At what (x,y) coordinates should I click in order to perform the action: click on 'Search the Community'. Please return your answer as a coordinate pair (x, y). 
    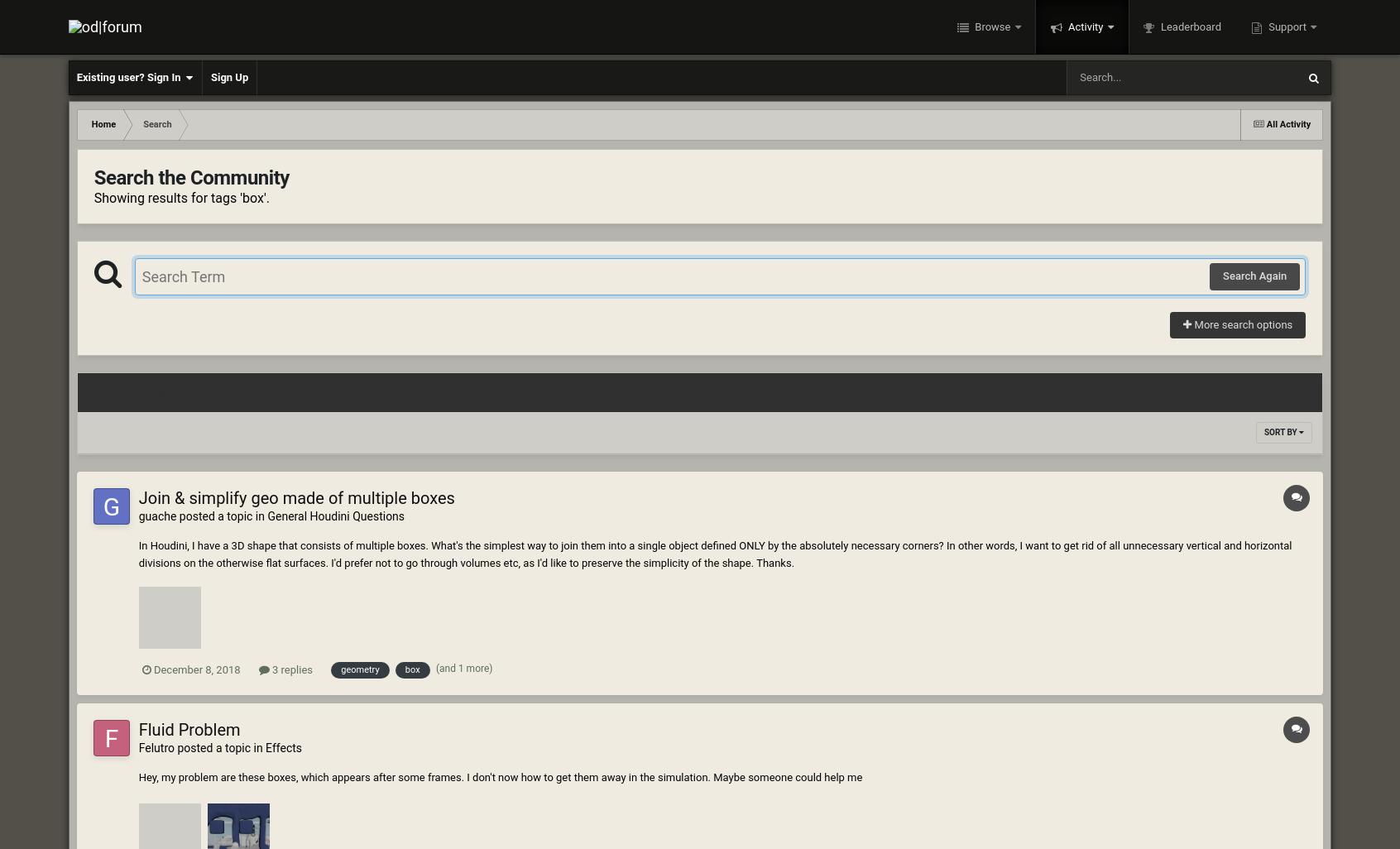
    Looking at the image, I should click on (190, 178).